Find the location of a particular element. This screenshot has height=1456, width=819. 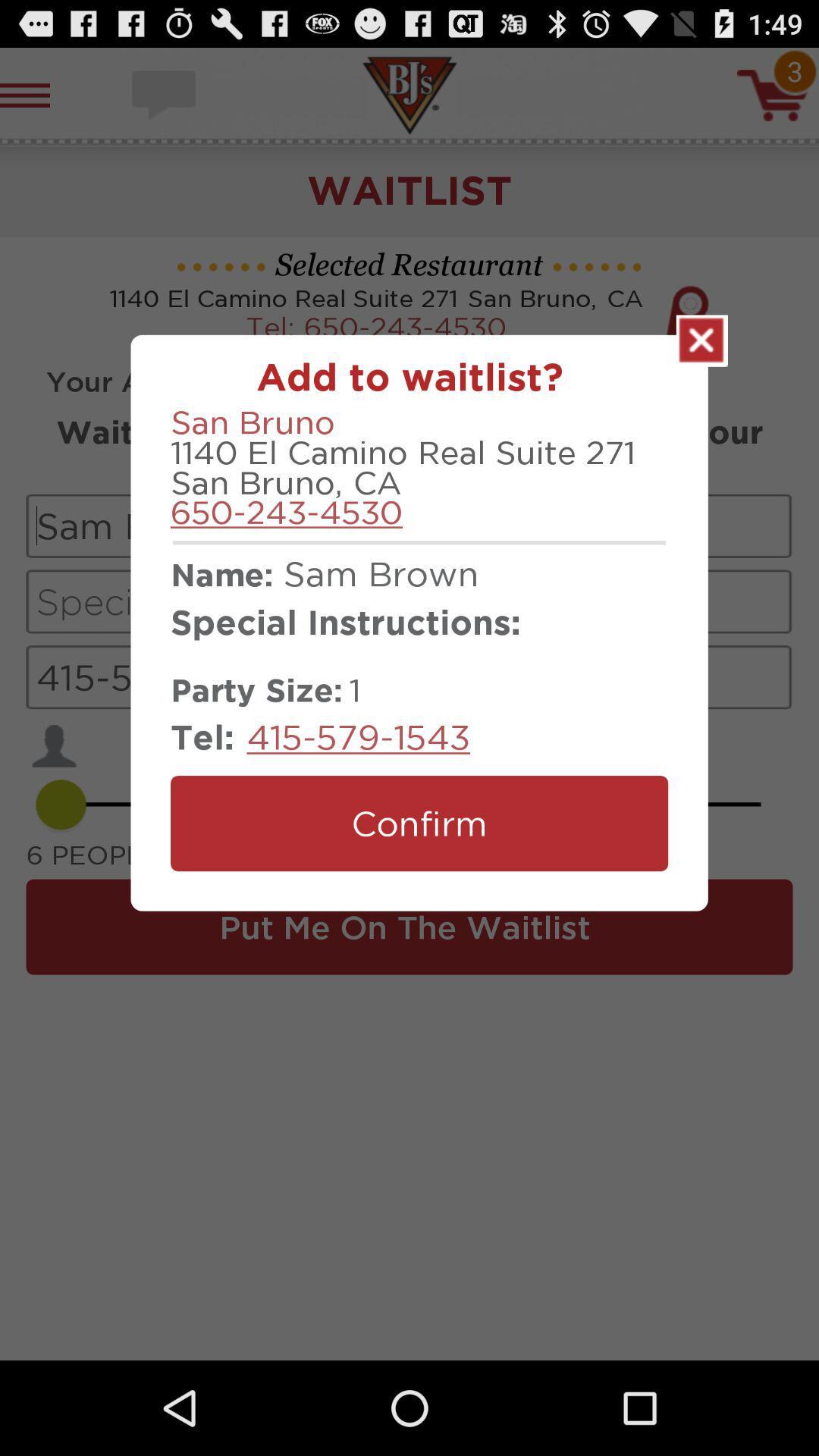

the waitlist is located at coordinates (701, 340).